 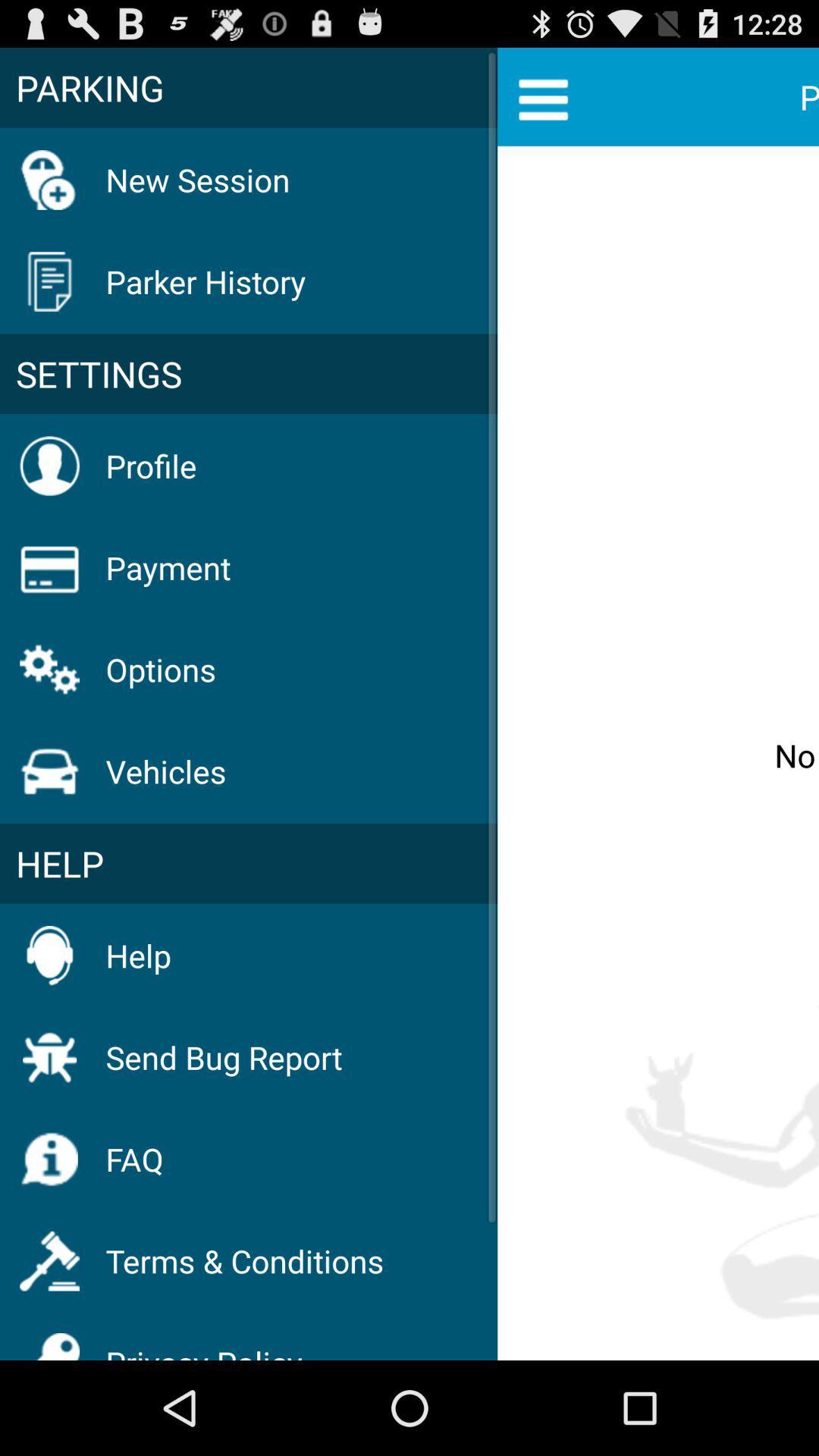 I want to click on the privacy policy icon, so click(x=203, y=1342).